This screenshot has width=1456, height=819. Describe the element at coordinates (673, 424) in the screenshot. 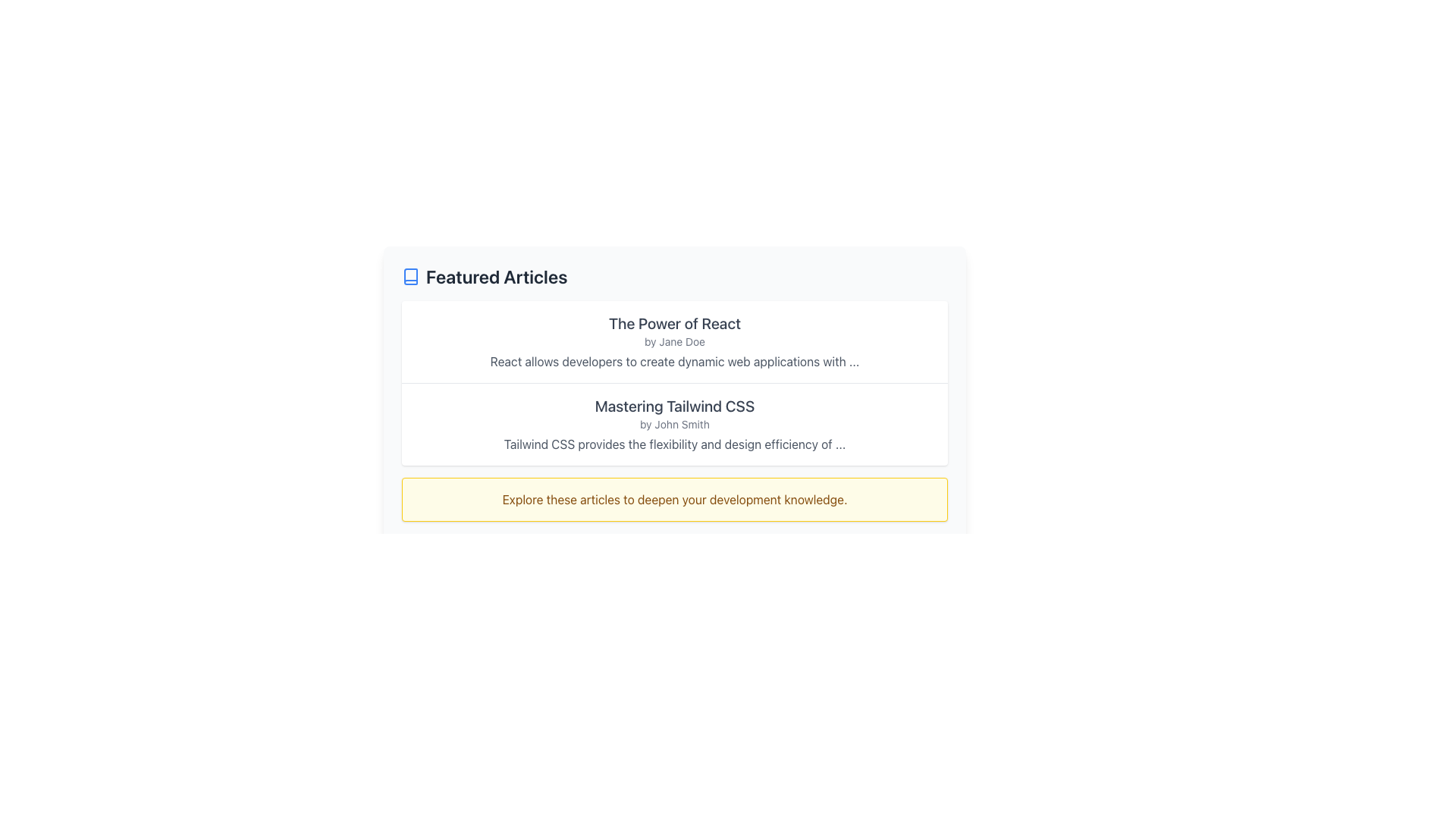

I see `the static text label indicating authorship information for 'Mastering Tailwind CSS' authored by 'John Smith', located in the middle-right section of the layout` at that location.